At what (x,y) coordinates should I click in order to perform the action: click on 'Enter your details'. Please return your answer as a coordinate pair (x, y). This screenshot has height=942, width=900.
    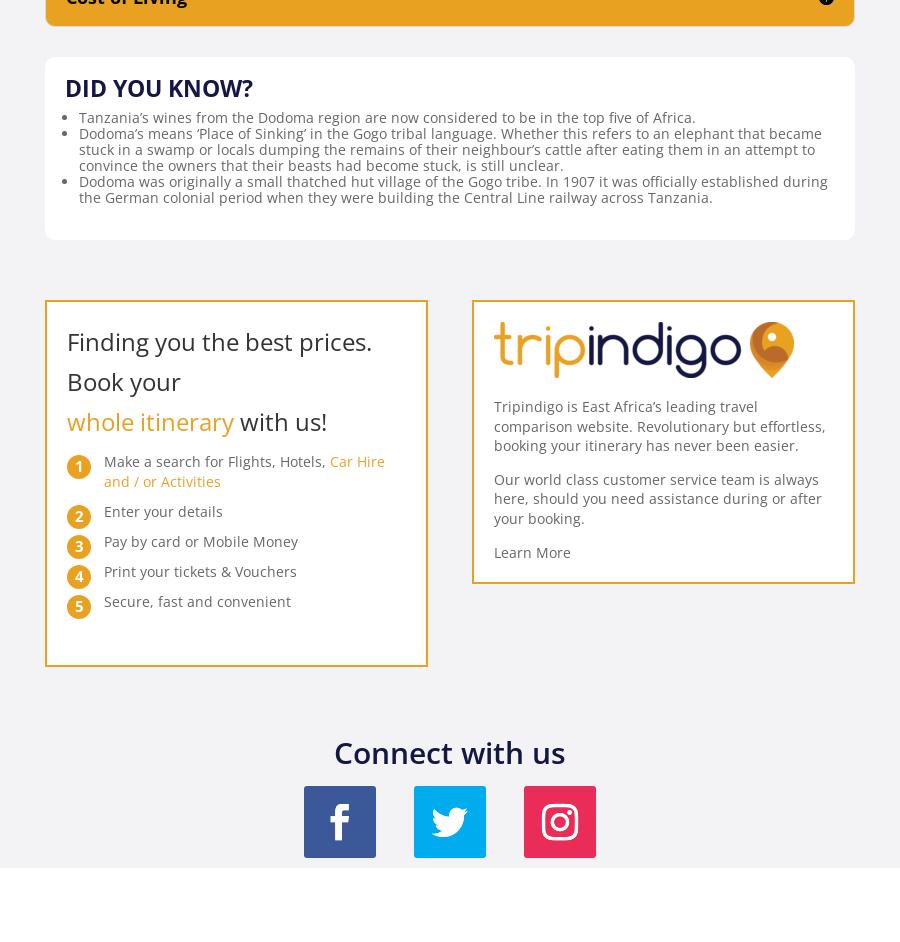
    Looking at the image, I should click on (163, 511).